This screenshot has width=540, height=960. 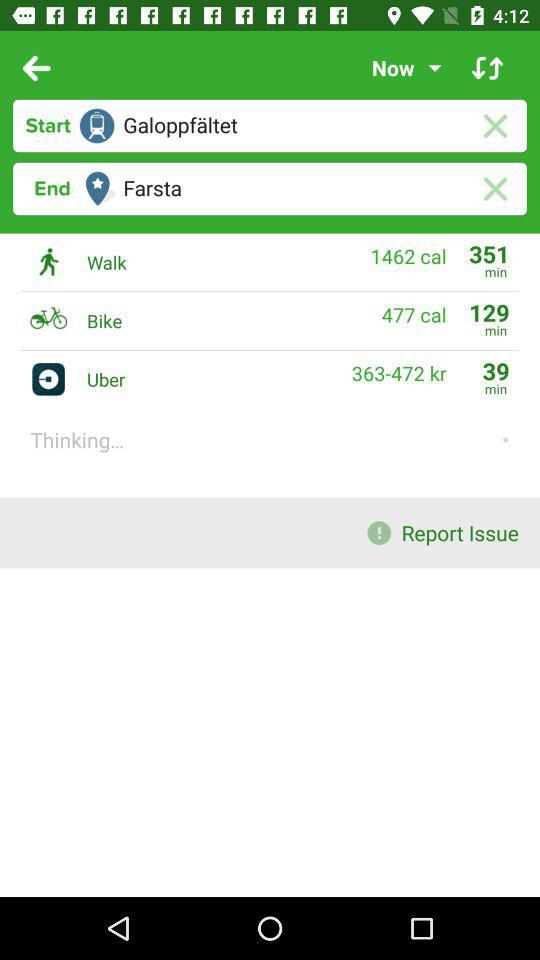 What do you see at coordinates (486, 68) in the screenshot?
I see `the information` at bounding box center [486, 68].